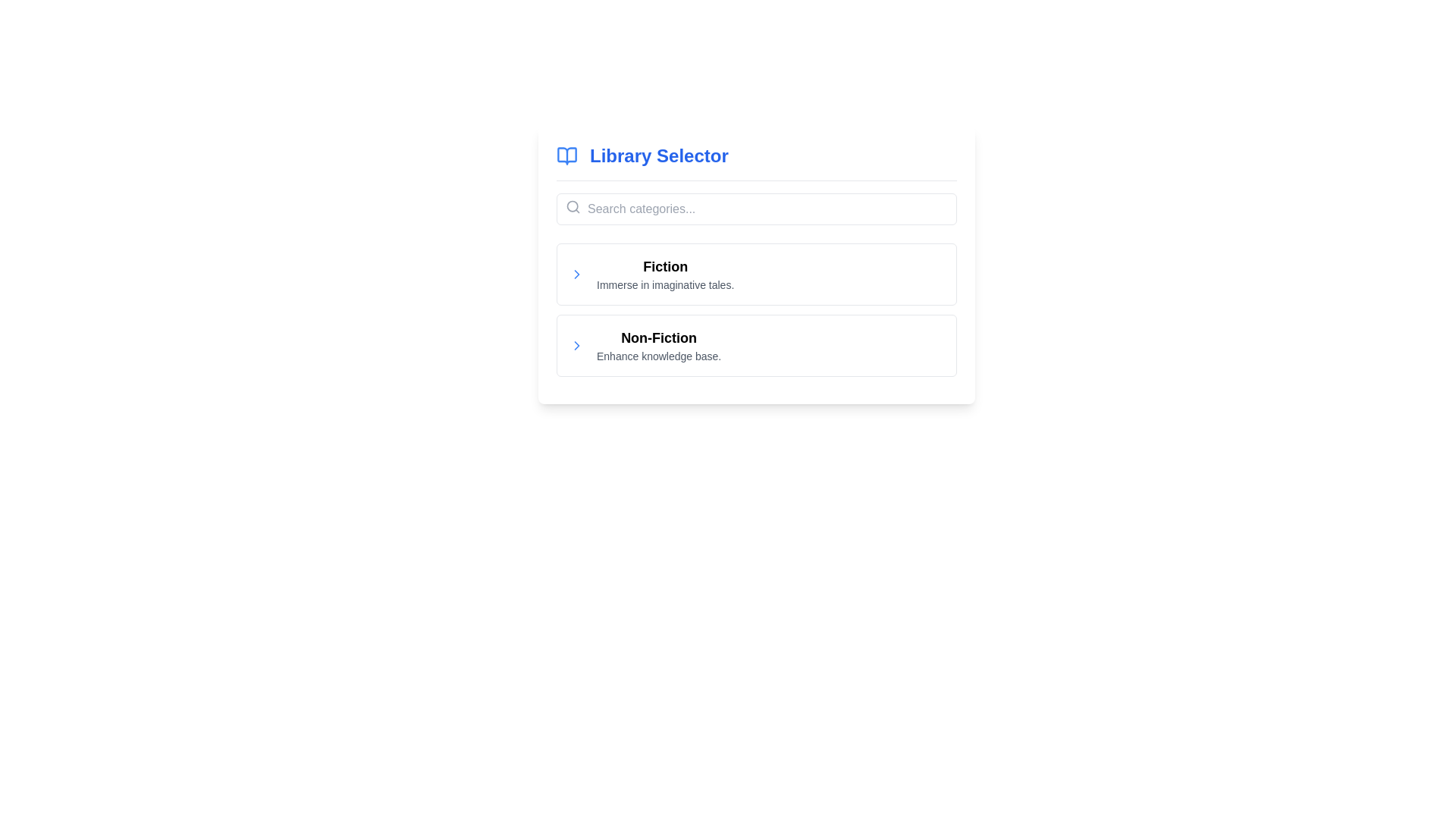 The height and width of the screenshot is (819, 1456). Describe the element at coordinates (659, 345) in the screenshot. I see `the 'Non-Fiction' category item in the selectable list to navigate or expand its content` at that location.